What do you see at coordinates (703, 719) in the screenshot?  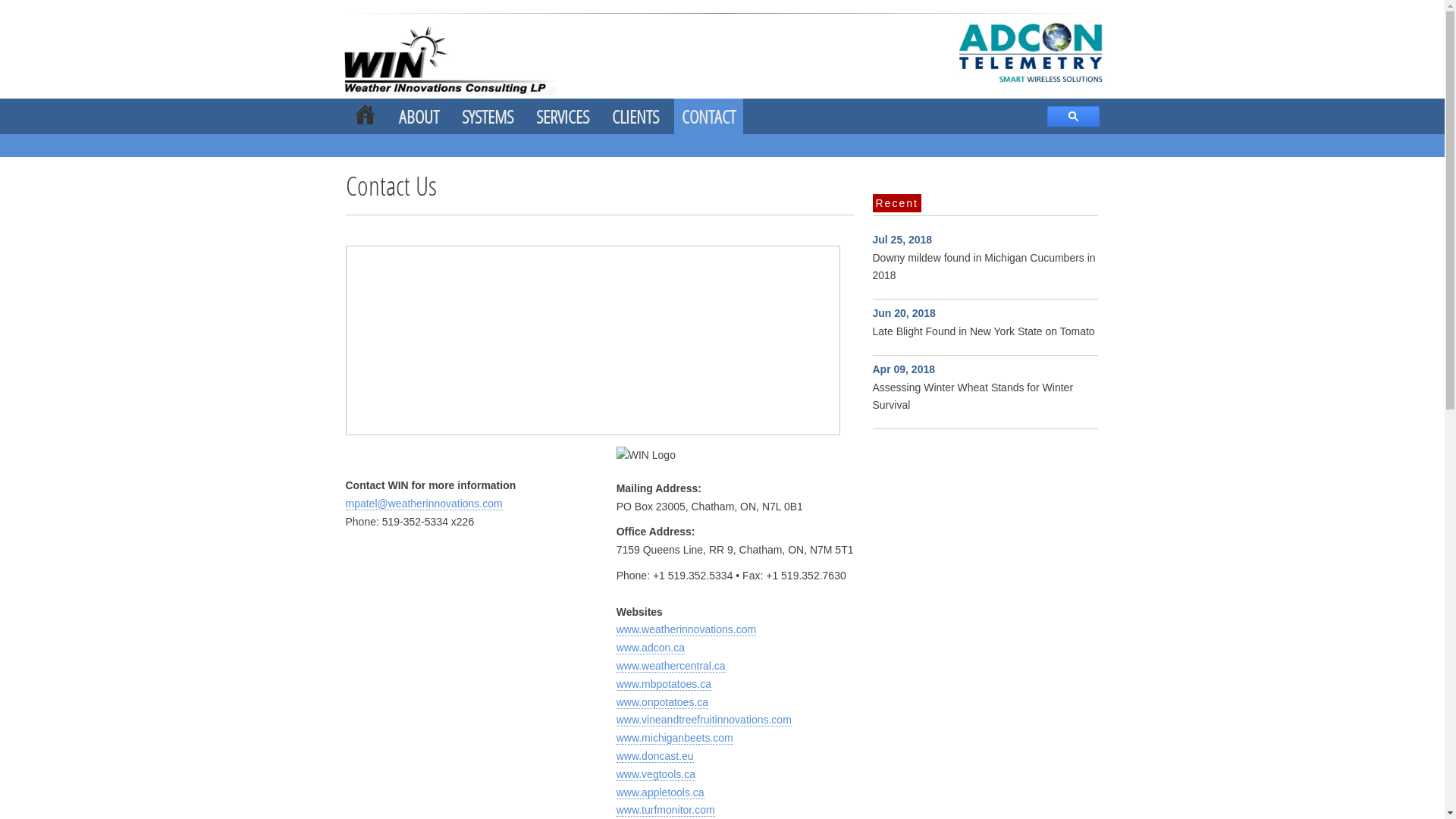 I see `'www.vineandtreefruitinnovations.com'` at bounding box center [703, 719].